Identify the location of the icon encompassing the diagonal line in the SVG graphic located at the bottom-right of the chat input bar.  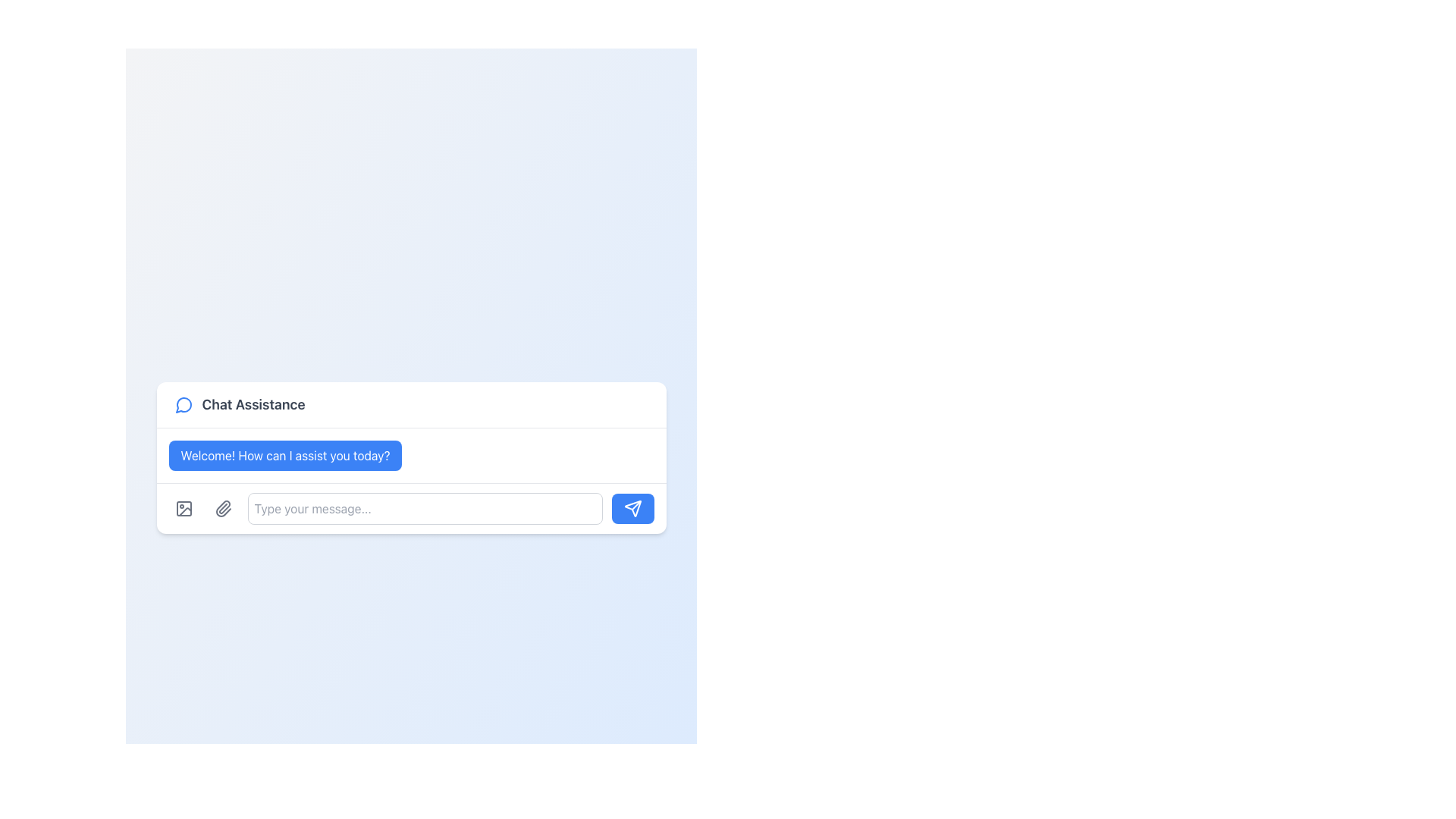
(635, 505).